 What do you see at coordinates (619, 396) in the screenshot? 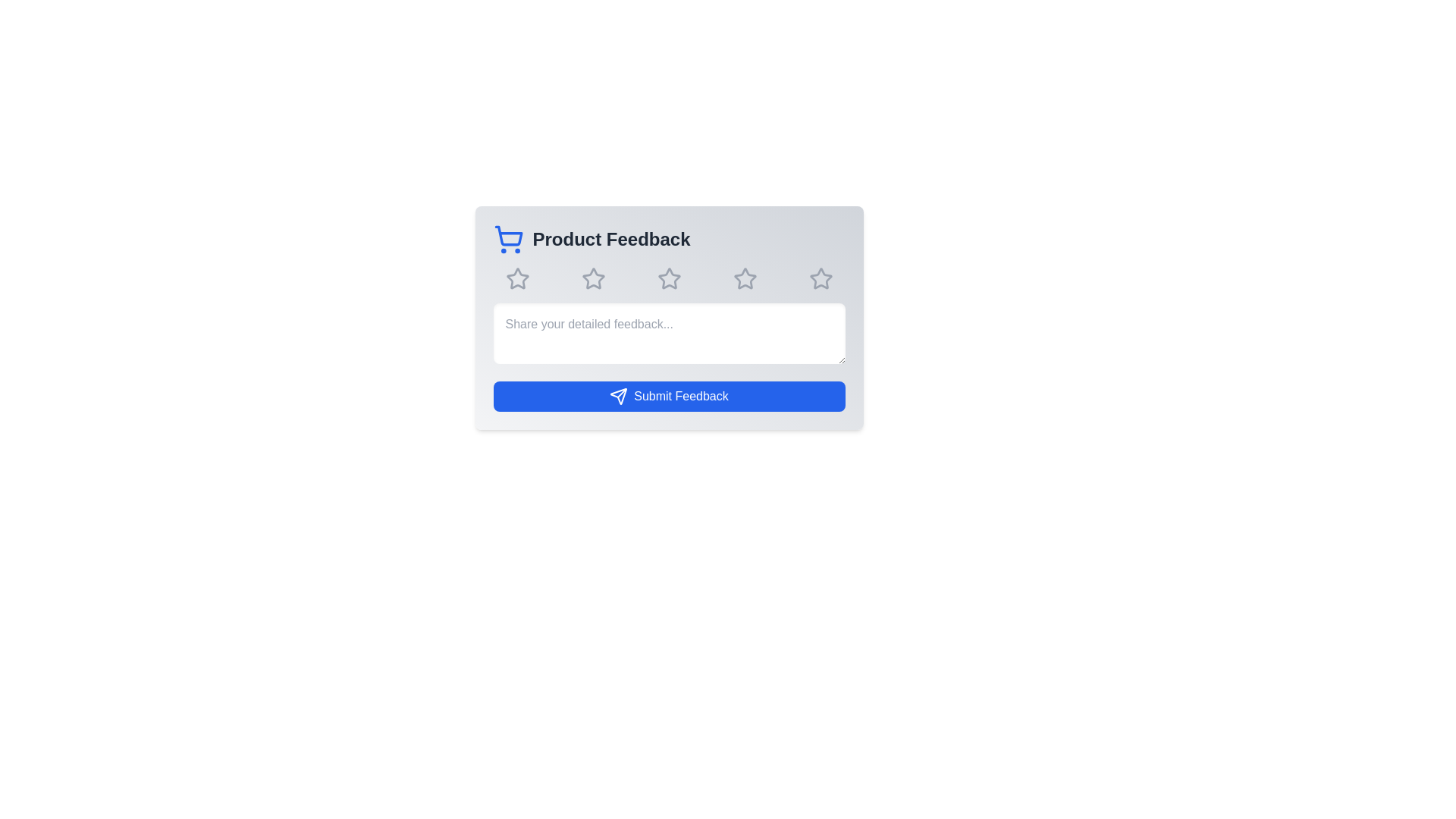
I see `the 'Submit Feedback' button which contains the graphical icon representing the action of sending or submitting feedback` at bounding box center [619, 396].